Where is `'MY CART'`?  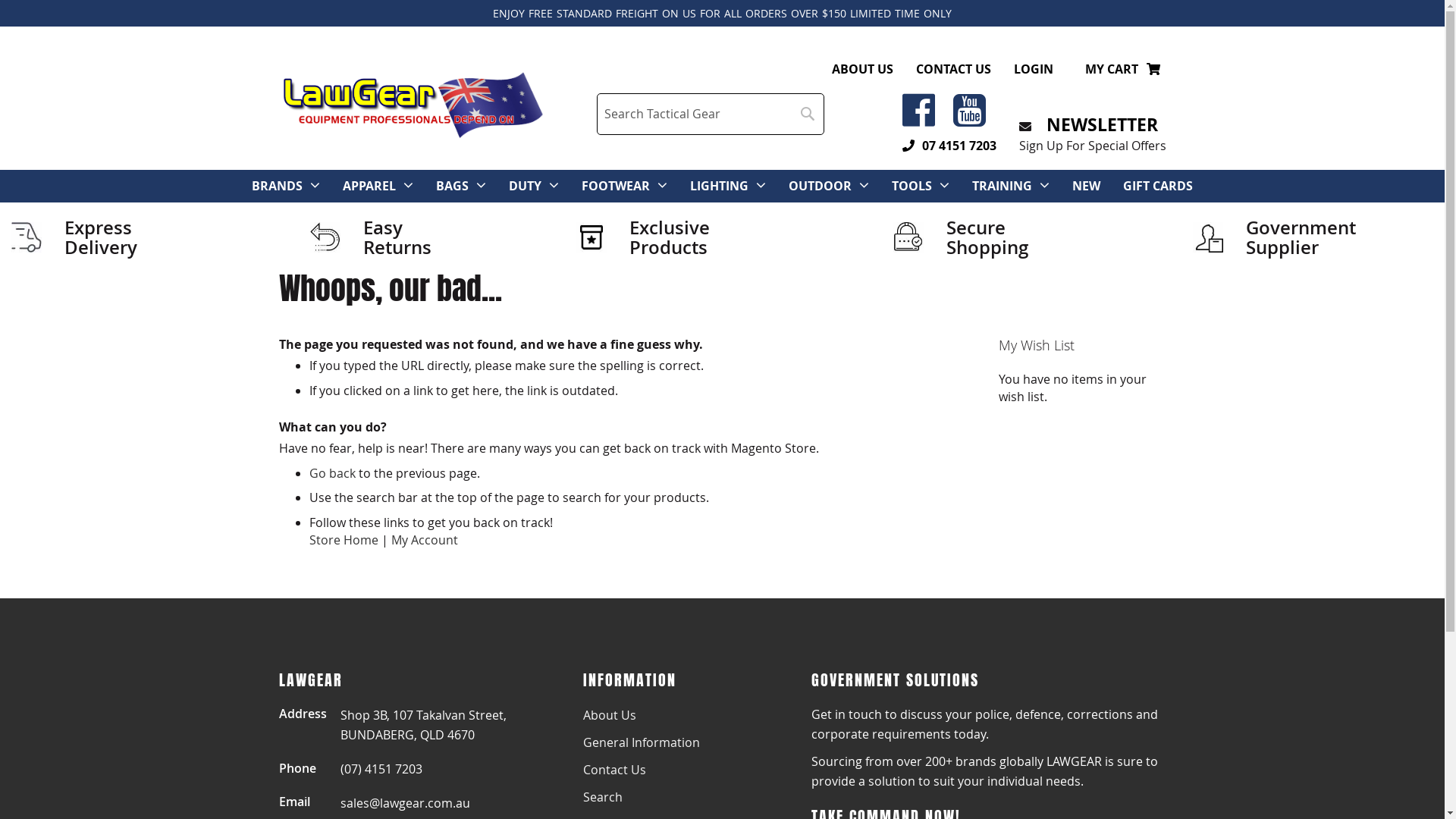
'MY CART' is located at coordinates (1084, 69).